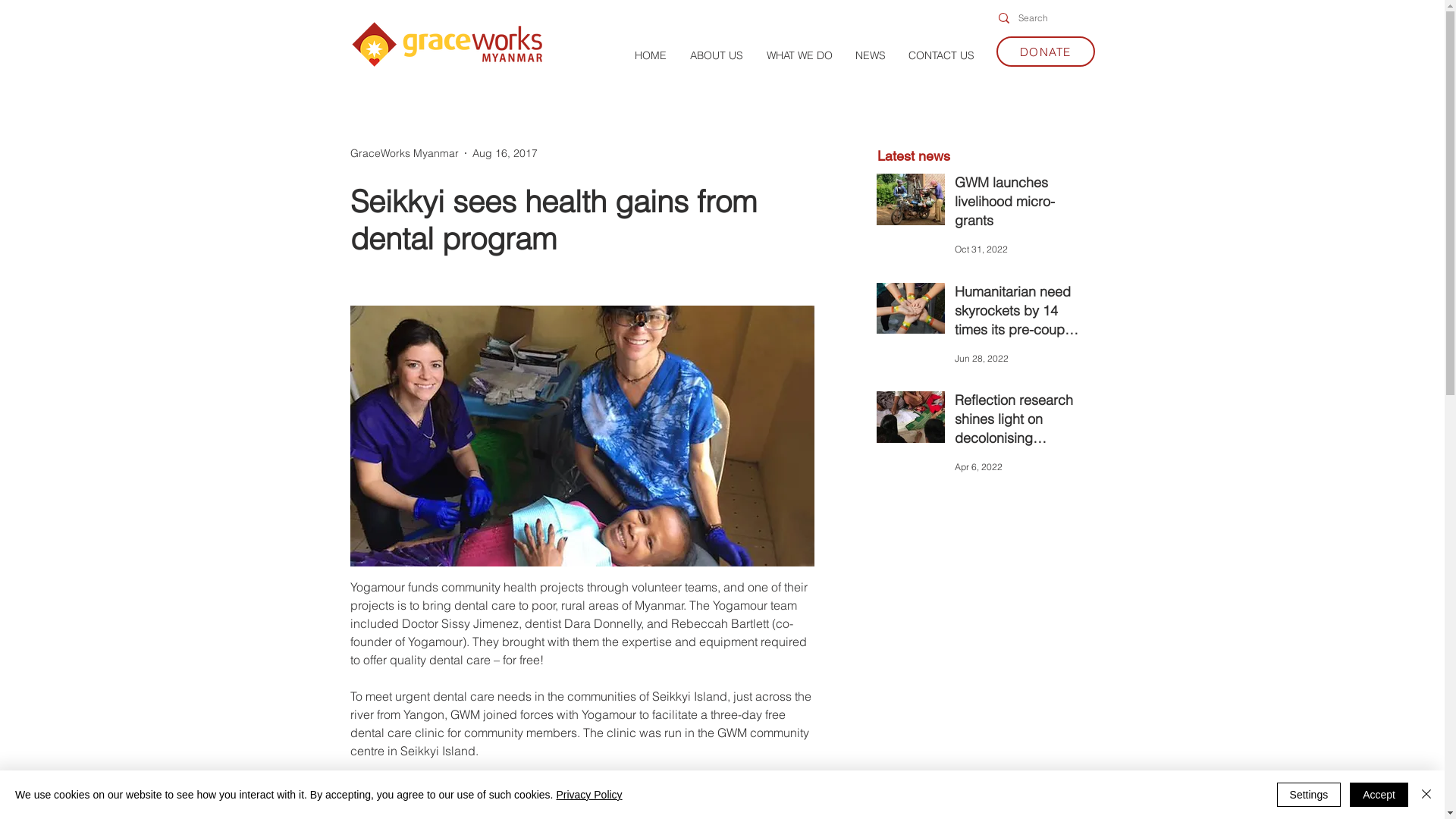 This screenshot has height=819, width=1456. What do you see at coordinates (1019, 422) in the screenshot?
I see `'Reflection research shines light on decolonising evaluation'` at bounding box center [1019, 422].